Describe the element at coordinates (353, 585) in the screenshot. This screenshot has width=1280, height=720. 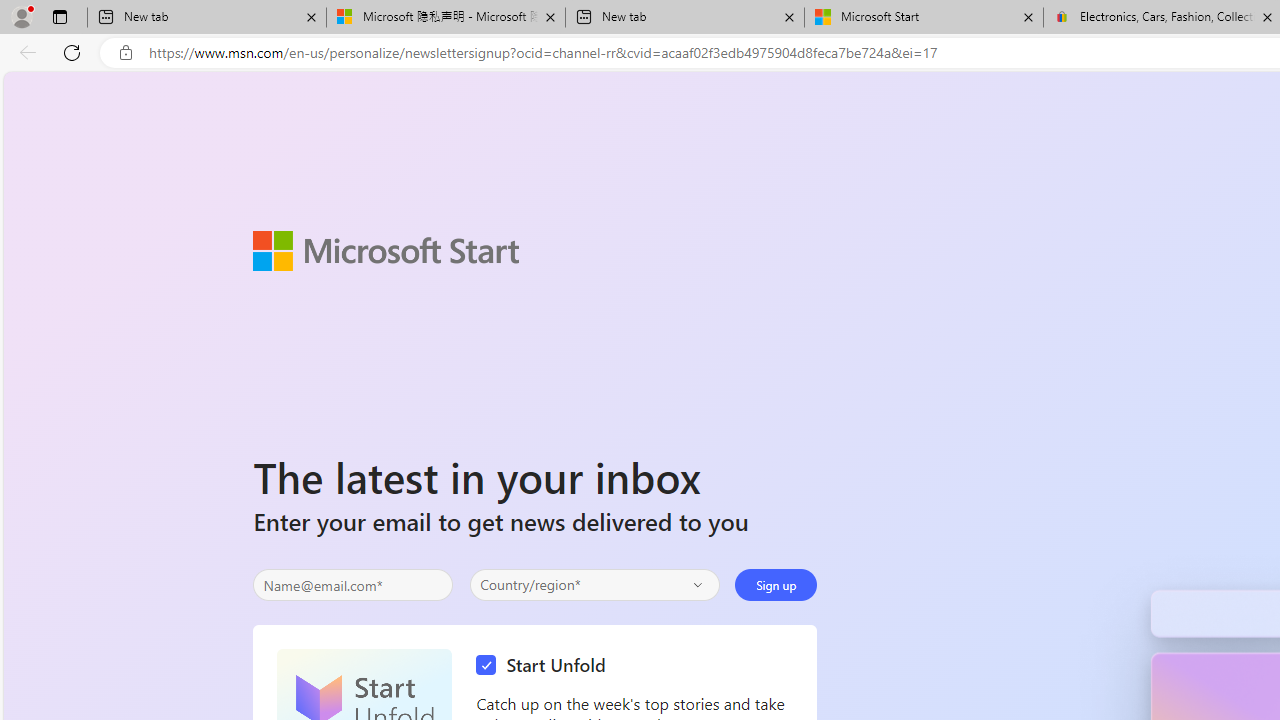
I see `'Enter your email'` at that location.